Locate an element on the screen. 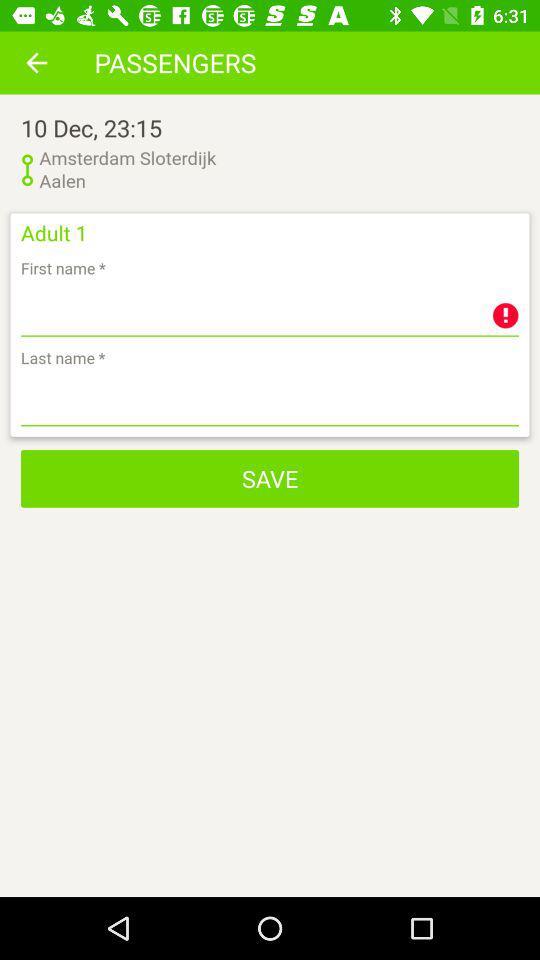 This screenshot has height=960, width=540. first name of passenger adult 1 is located at coordinates (270, 310).